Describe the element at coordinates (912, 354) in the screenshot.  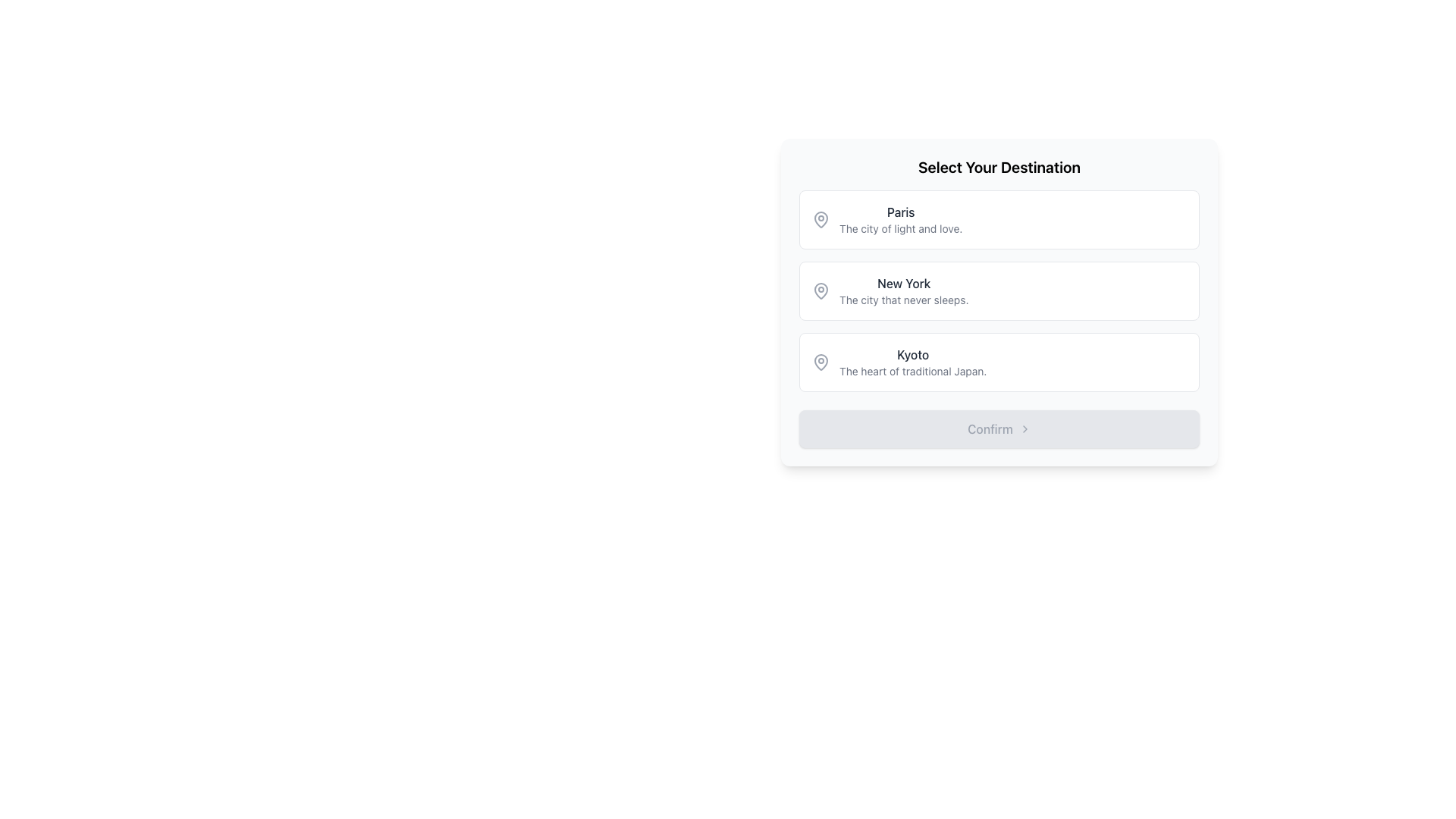
I see `the text label displaying 'Kyoto' in a medium-sized, bold, gray font located in the upper portion of the third item in a vertical list of city destinations` at that location.